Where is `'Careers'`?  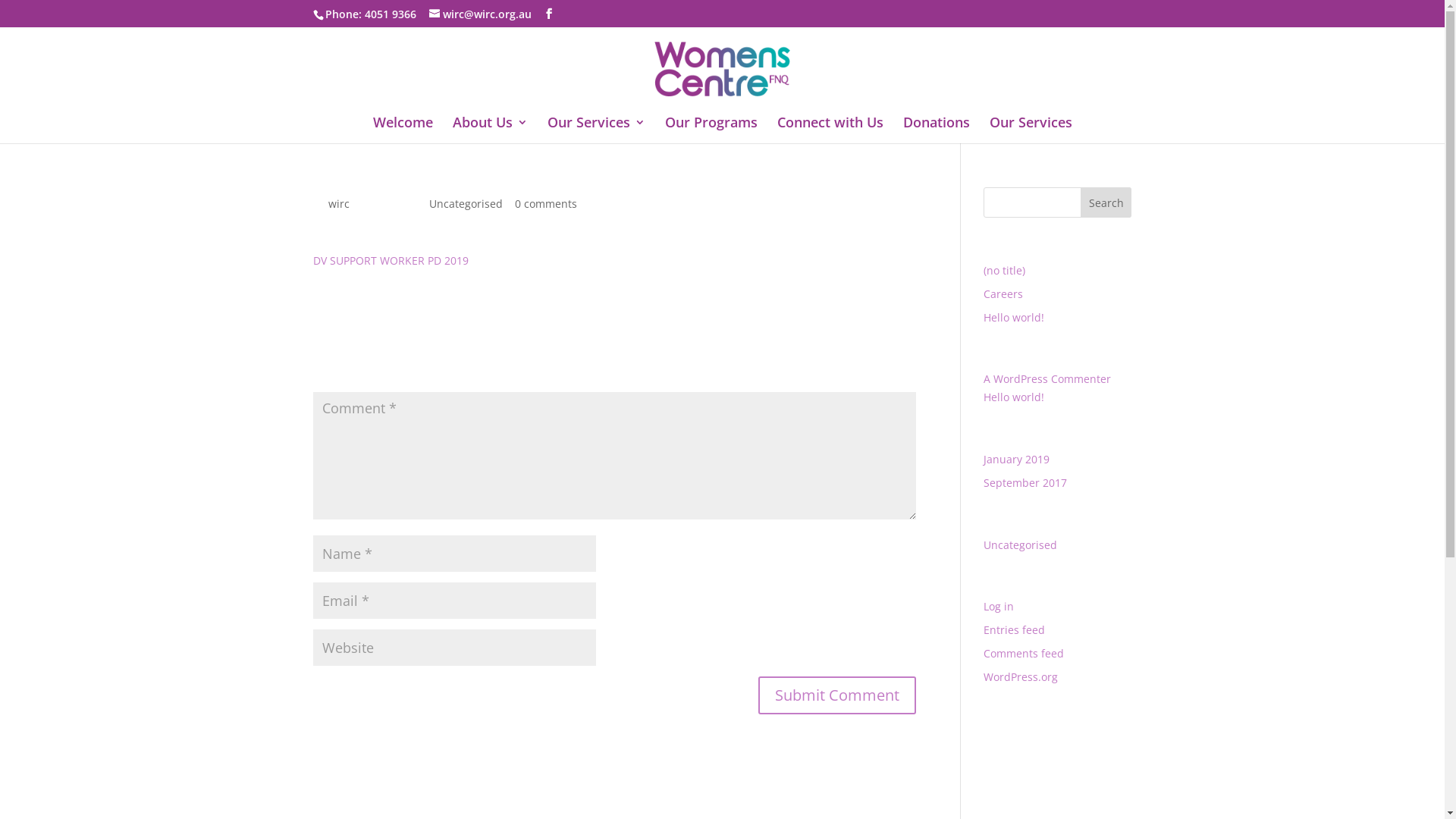 'Careers' is located at coordinates (1003, 293).